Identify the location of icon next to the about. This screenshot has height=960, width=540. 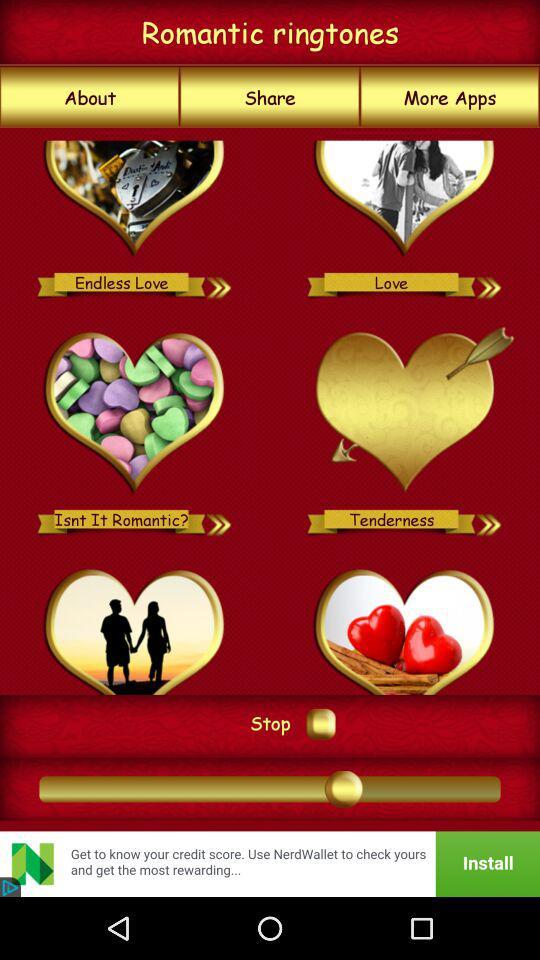
(270, 97).